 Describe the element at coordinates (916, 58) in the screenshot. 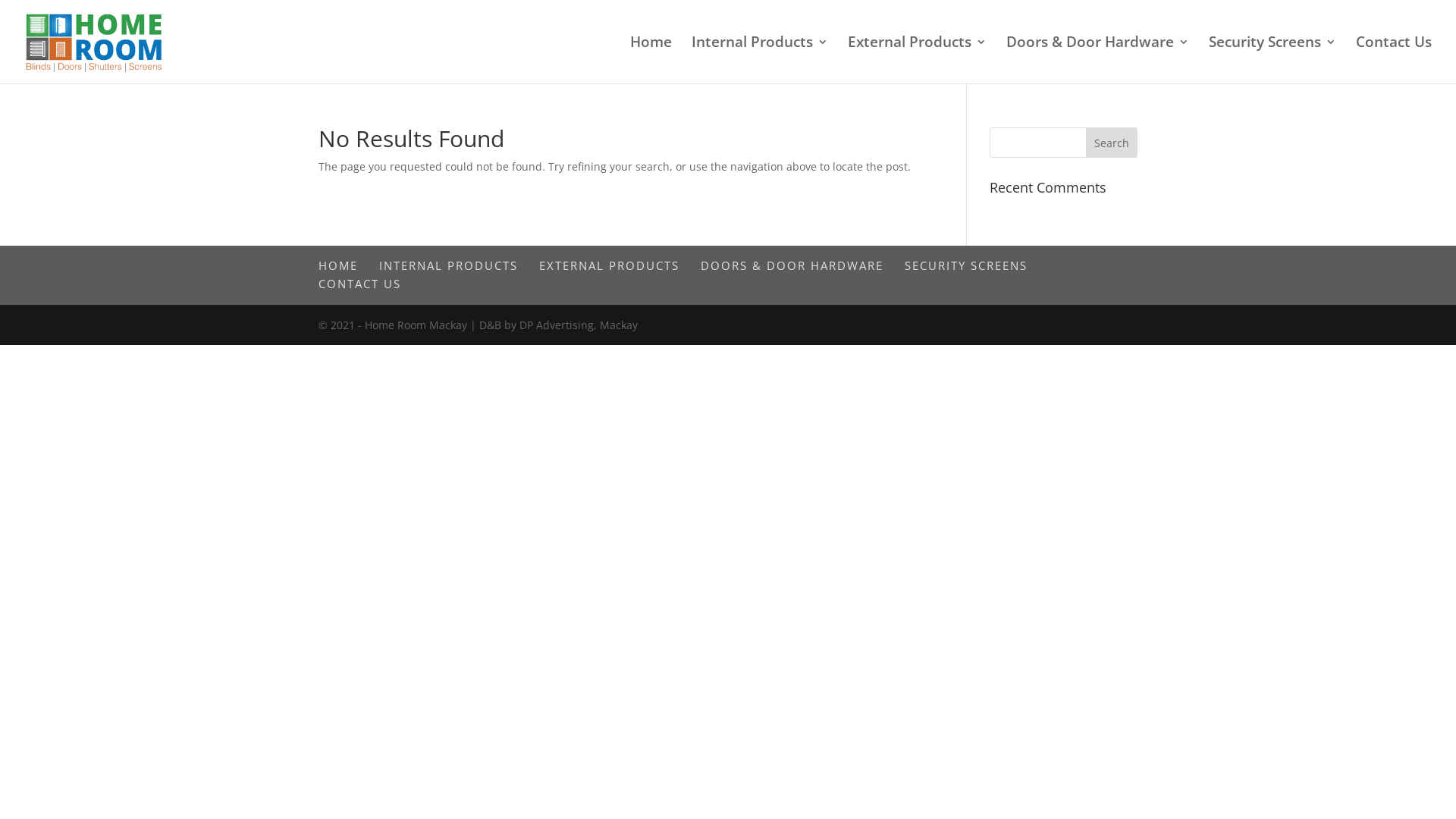

I see `'External Products'` at that location.